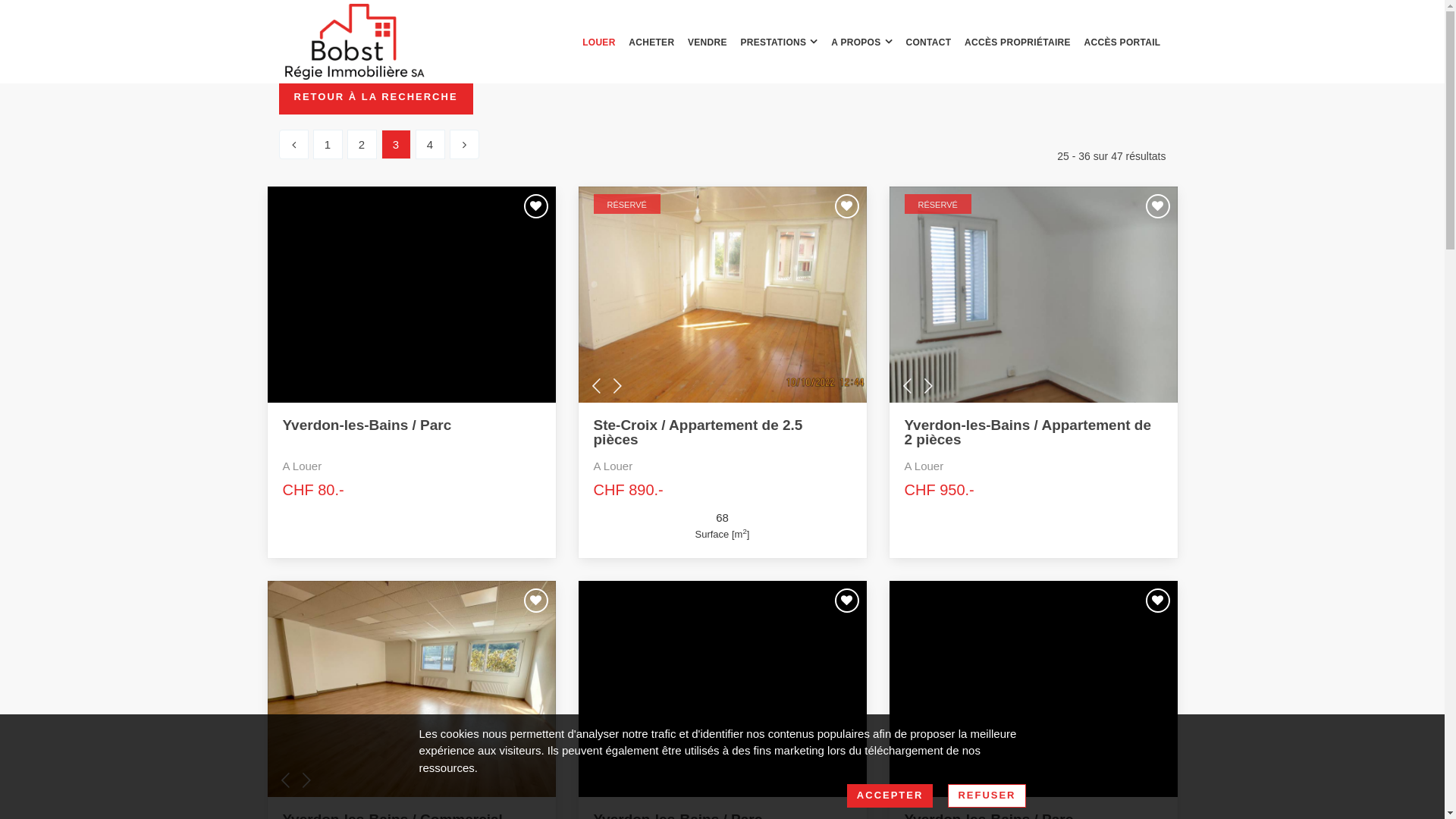 The width and height of the screenshot is (1456, 819). Describe the element at coordinates (361, 144) in the screenshot. I see `'2'` at that location.